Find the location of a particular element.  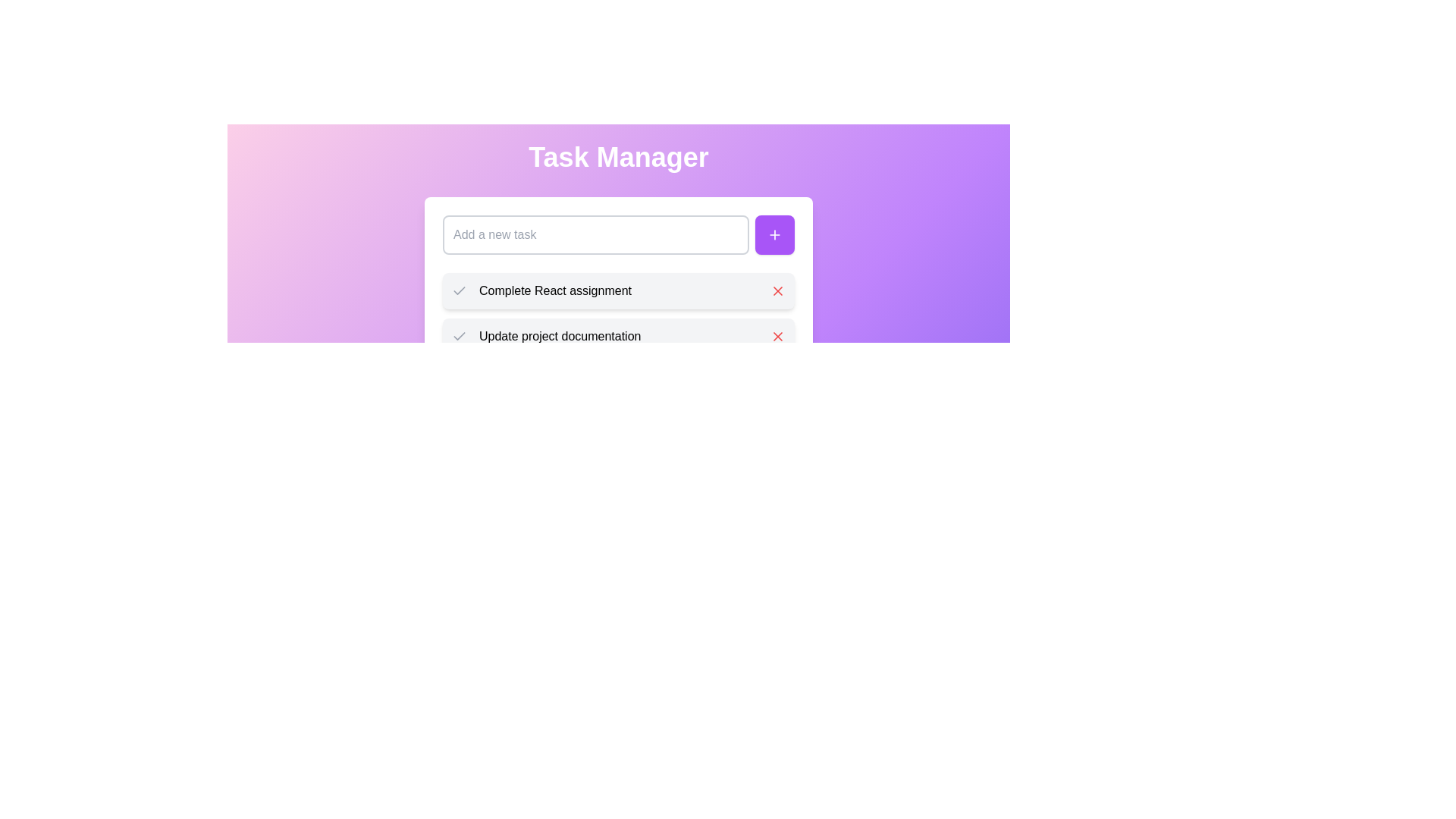

the delete button located to the right of the task description in the task card labeled 'Complete React assignment' is located at coordinates (778, 291).